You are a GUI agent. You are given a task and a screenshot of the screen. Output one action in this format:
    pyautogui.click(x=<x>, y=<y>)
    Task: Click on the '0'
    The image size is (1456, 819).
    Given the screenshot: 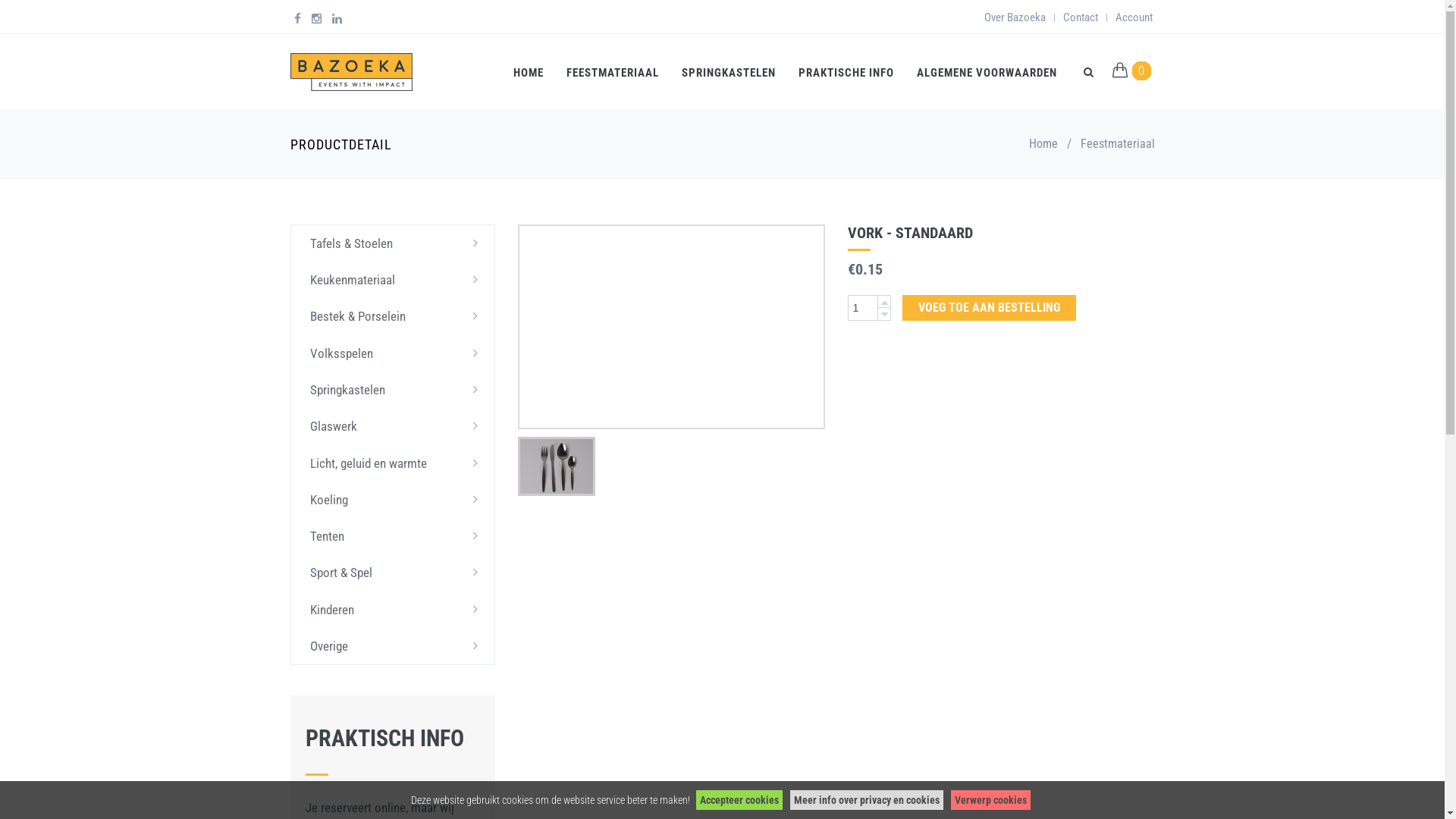 What is the action you would take?
    pyautogui.click(x=1141, y=70)
    